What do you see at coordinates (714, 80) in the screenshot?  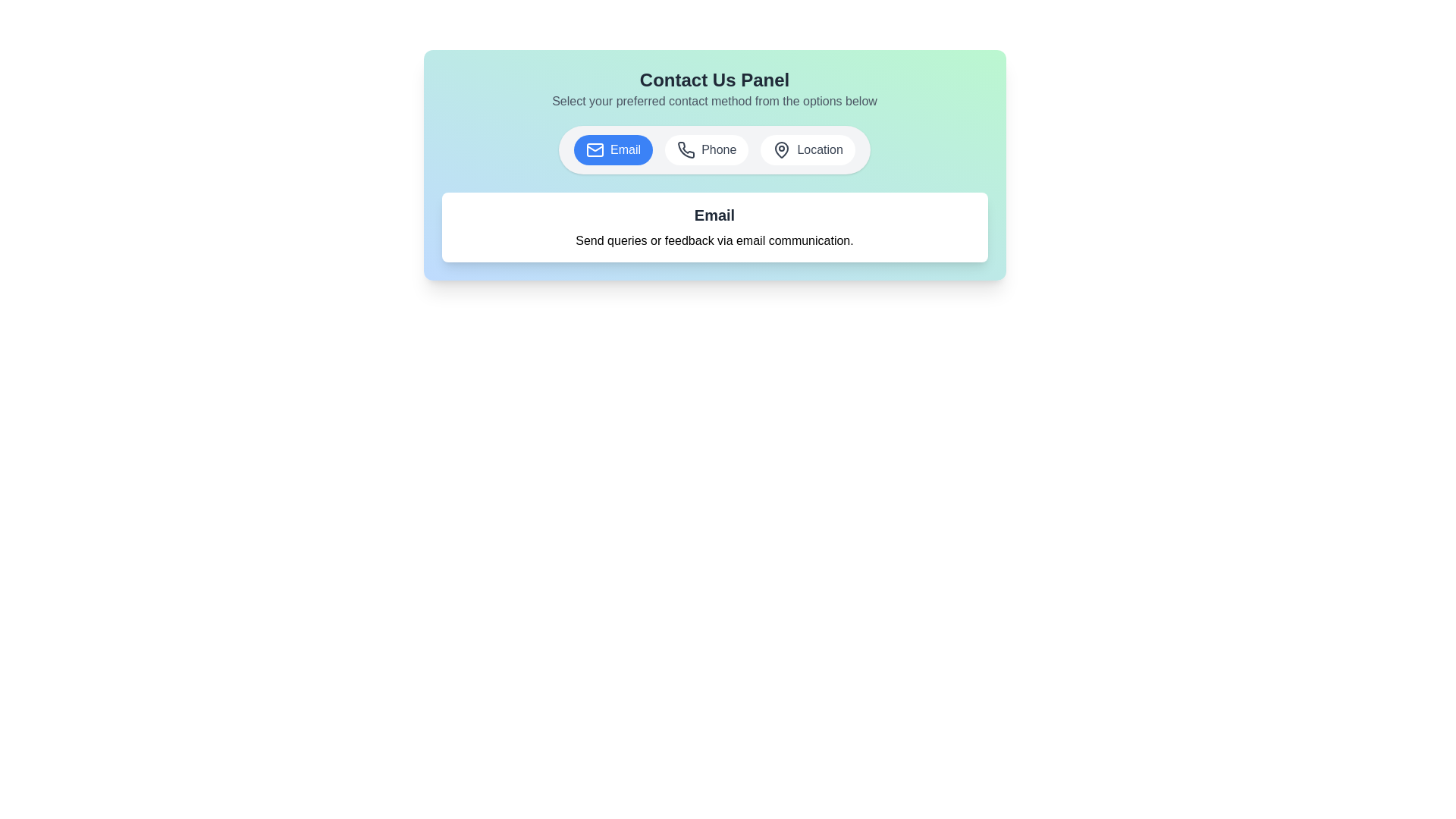 I see `the 'Contact Us' header text label which indicates the section's purpose in the interface` at bounding box center [714, 80].